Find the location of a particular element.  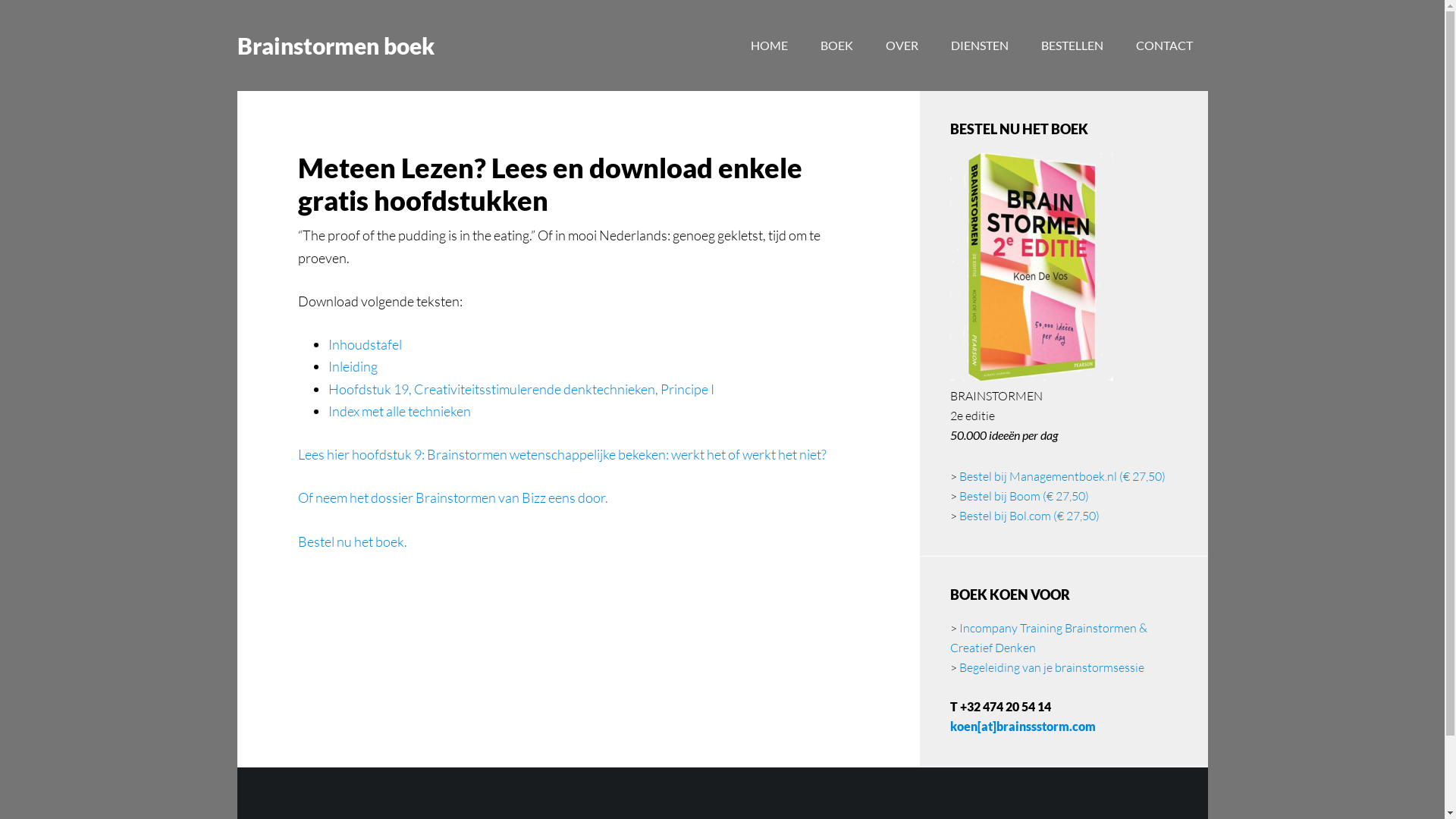

'Index met alle technieken' is located at coordinates (399, 411).